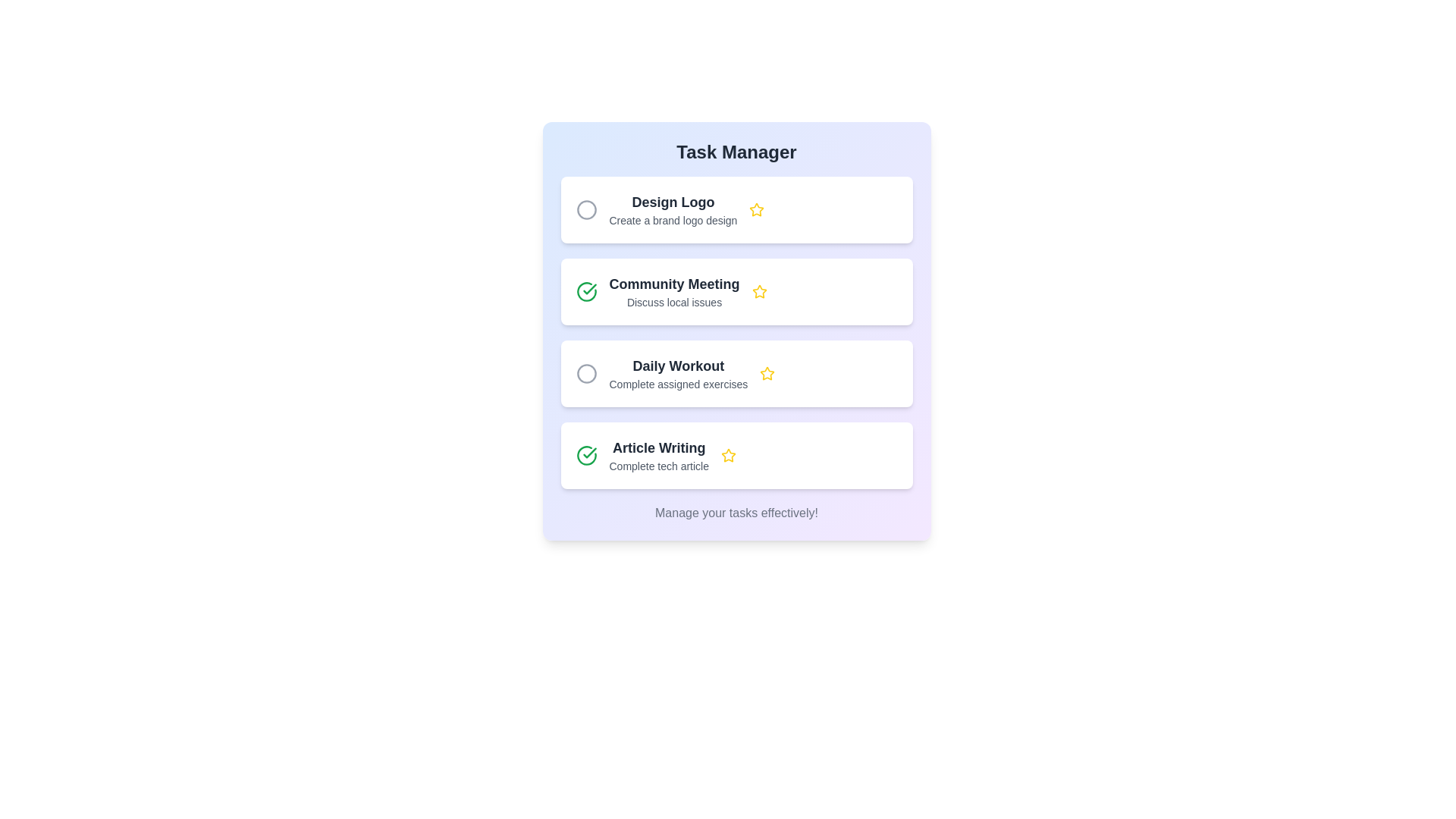  Describe the element at coordinates (728, 455) in the screenshot. I see `the star icon next to the task Article Writing` at that location.